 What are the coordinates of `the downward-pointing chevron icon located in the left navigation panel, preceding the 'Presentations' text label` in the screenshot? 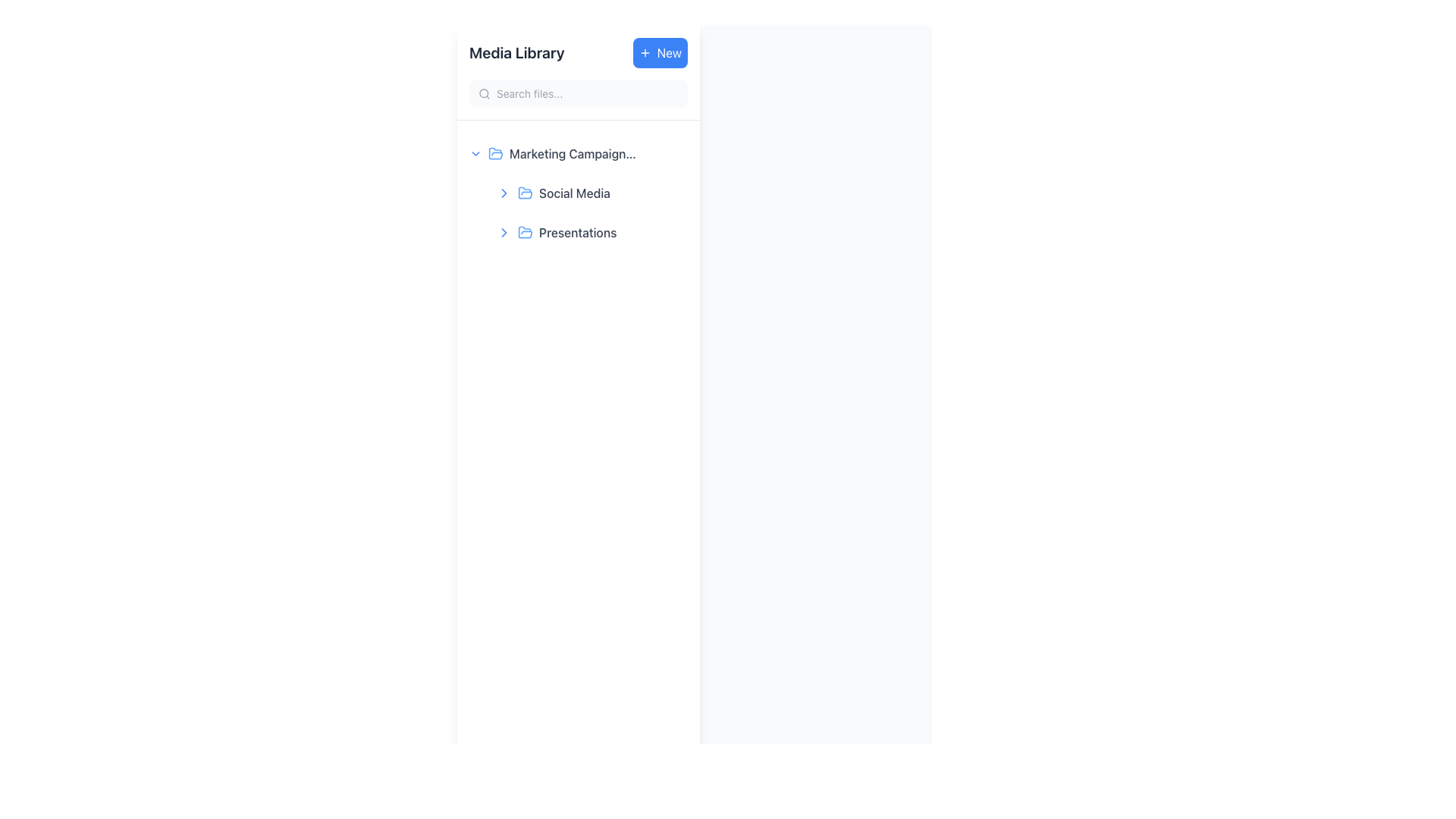 It's located at (504, 233).